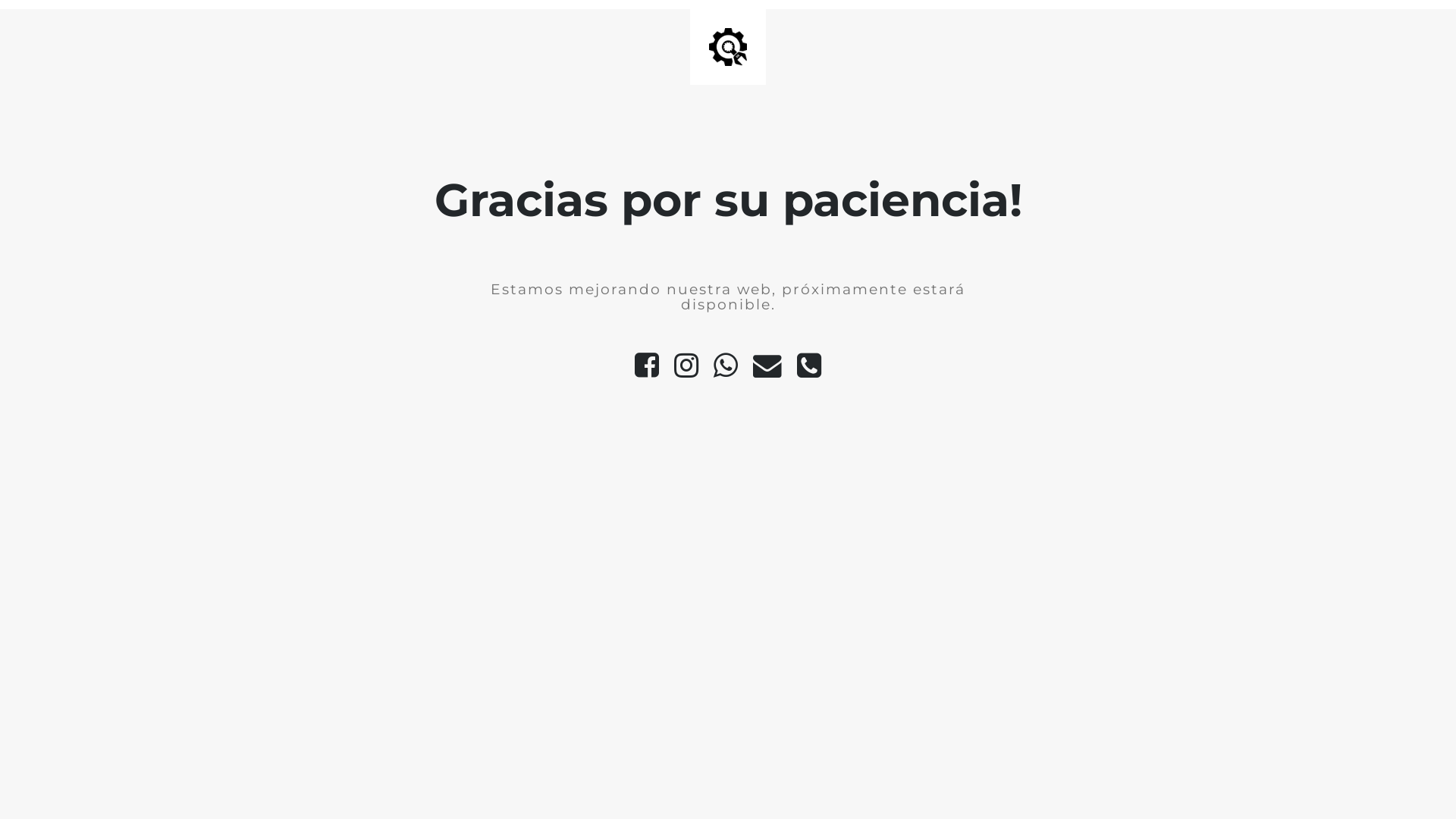  Describe the element at coordinates (708, 45) in the screenshot. I see `'Site is Under Construction'` at that location.